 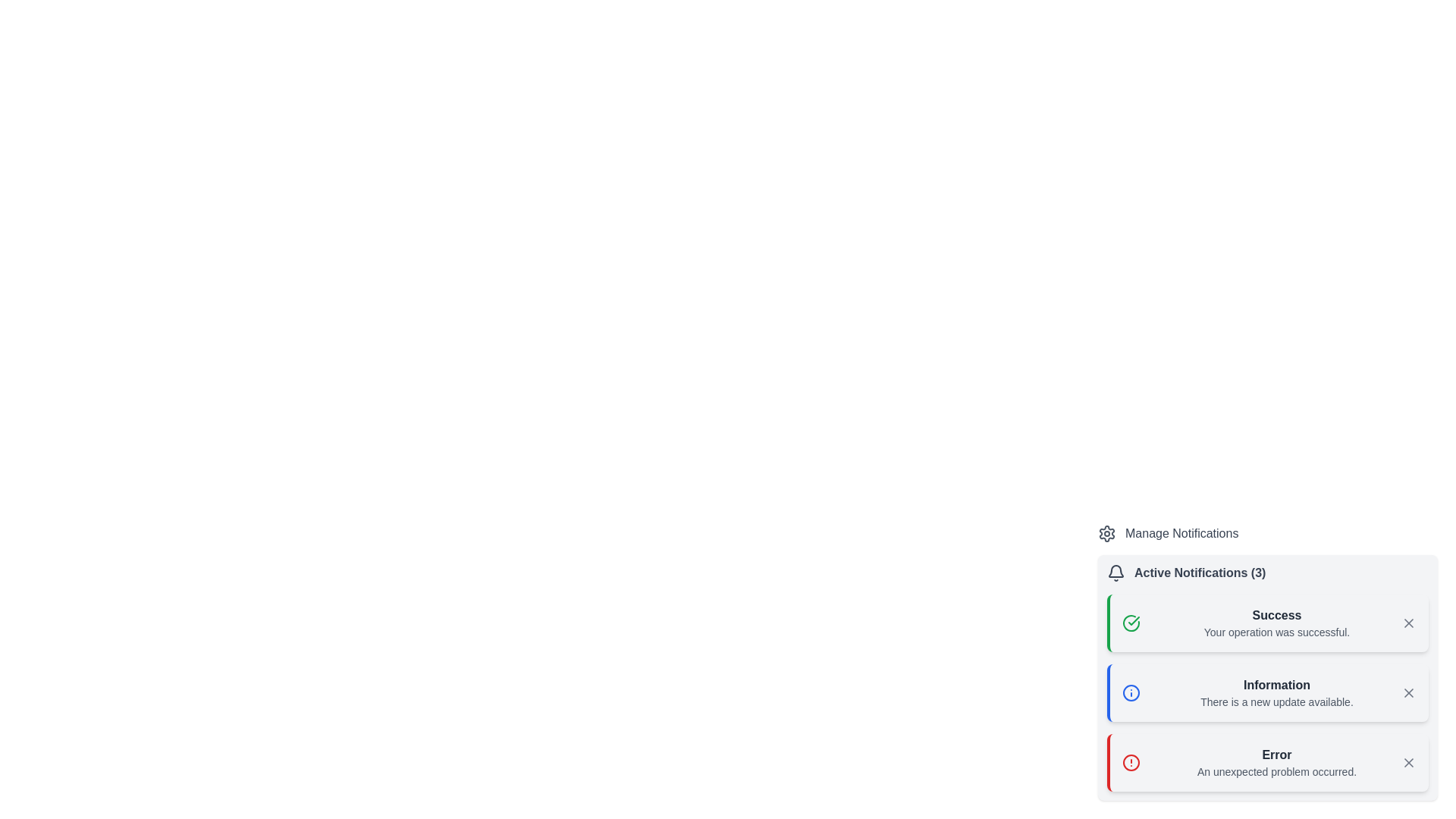 I want to click on success message from the first notification card in the 'Active Notifications (3)' list, which displays a green checkmark icon, bold text 'Success', and additional text indicating 'Your operation was successful.', so click(x=1267, y=623).